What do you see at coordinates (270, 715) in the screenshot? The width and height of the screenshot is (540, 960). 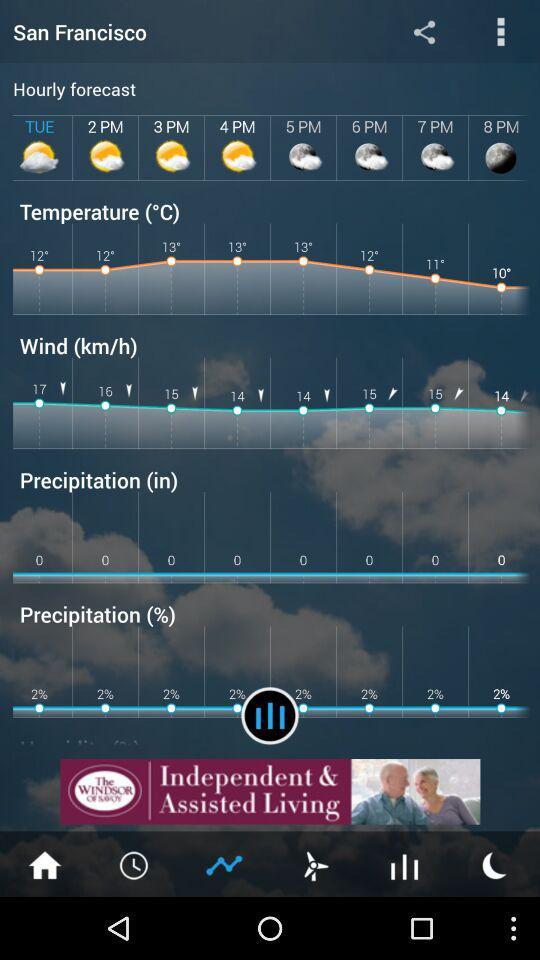 I see `forcast icon` at bounding box center [270, 715].